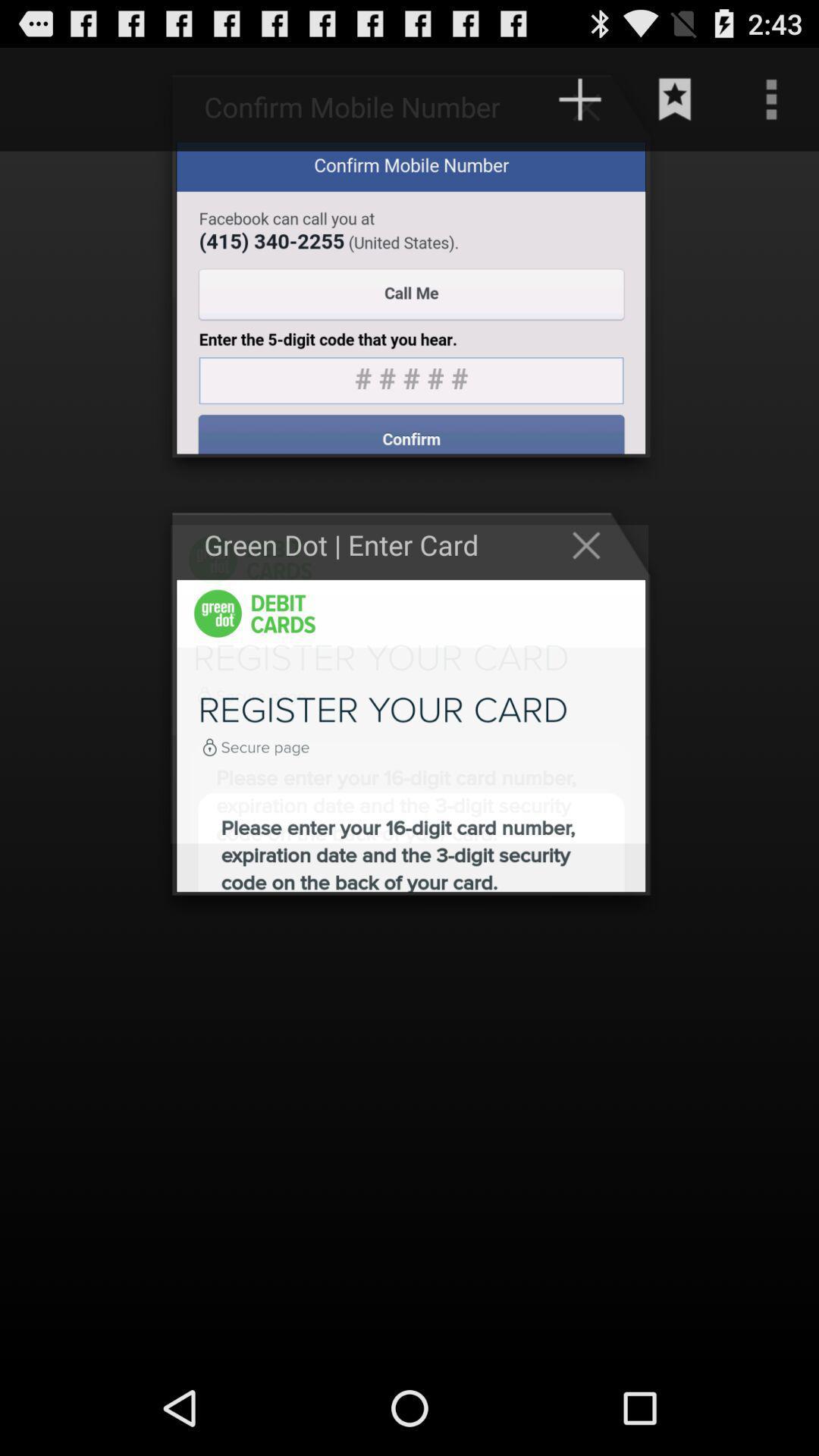 The width and height of the screenshot is (819, 1456). I want to click on the add icon, so click(579, 105).